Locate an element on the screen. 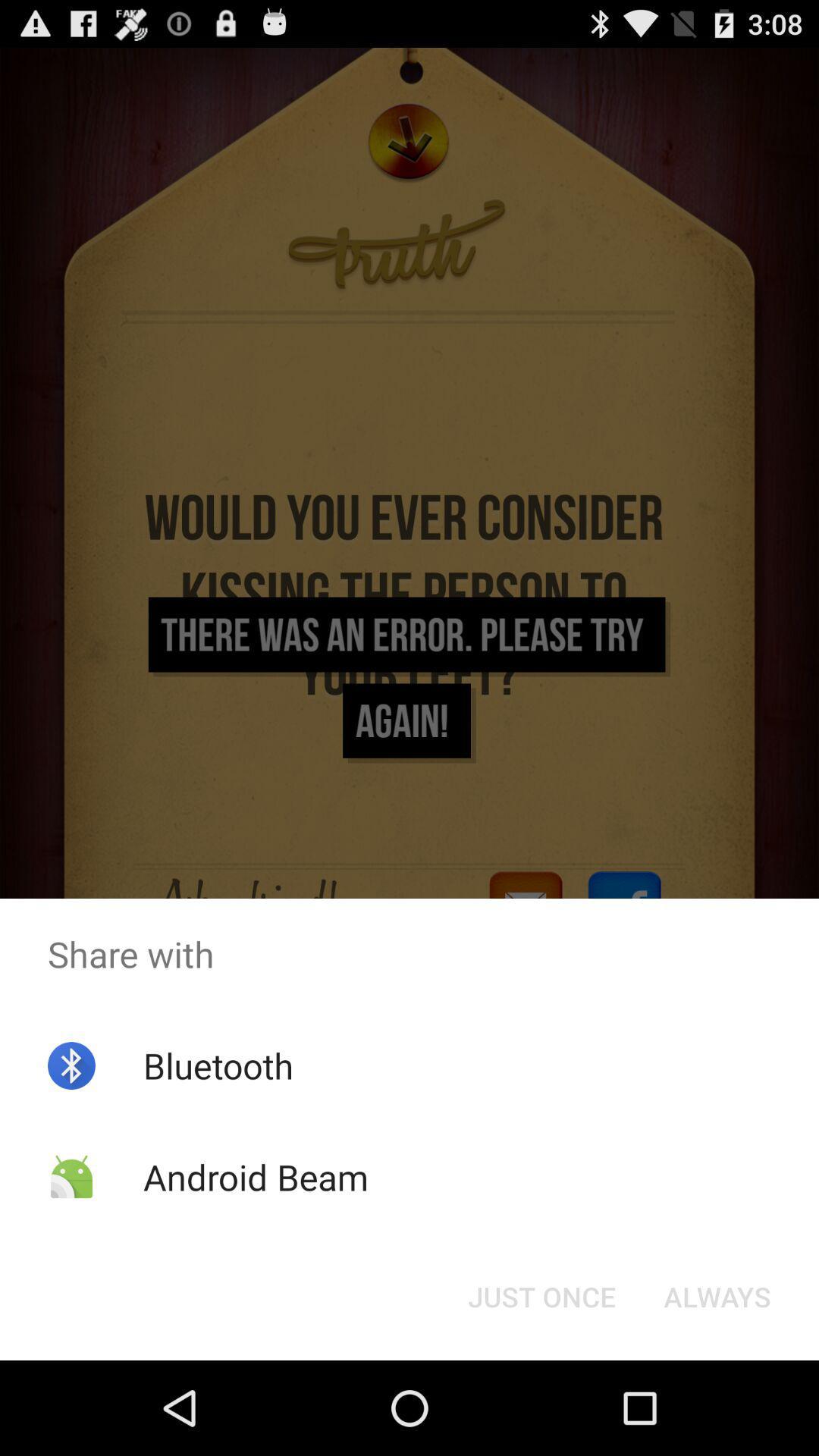  the button next to just once button is located at coordinates (717, 1295).